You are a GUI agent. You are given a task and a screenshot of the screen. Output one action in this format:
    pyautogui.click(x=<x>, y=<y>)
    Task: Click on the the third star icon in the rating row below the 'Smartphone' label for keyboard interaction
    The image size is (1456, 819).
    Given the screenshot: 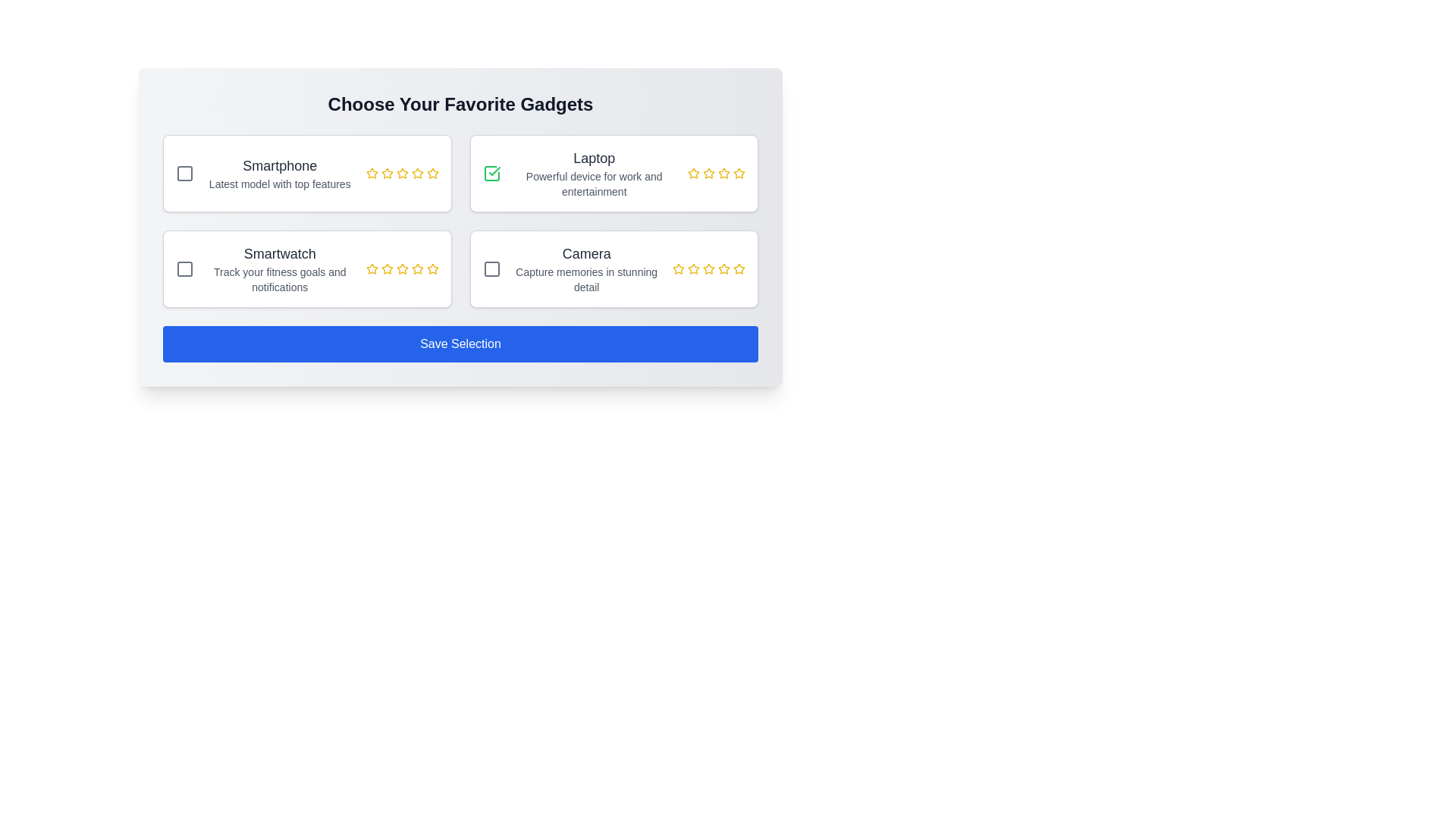 What is the action you would take?
    pyautogui.click(x=417, y=172)
    